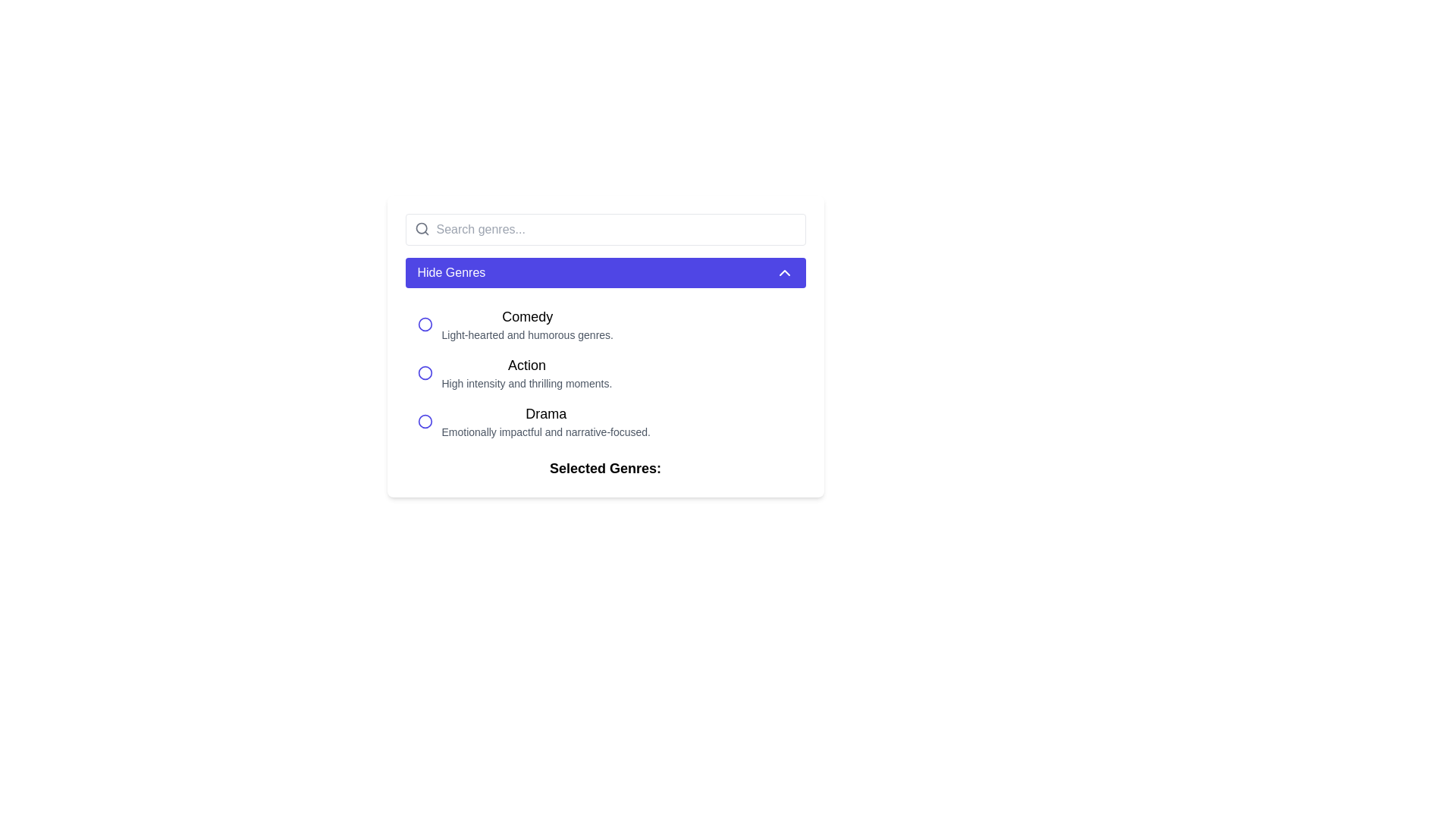 The height and width of the screenshot is (819, 1456). Describe the element at coordinates (604, 324) in the screenshot. I see `to select the genre 'Comedy' from the selectable list of genres, which is the first item in the list` at that location.